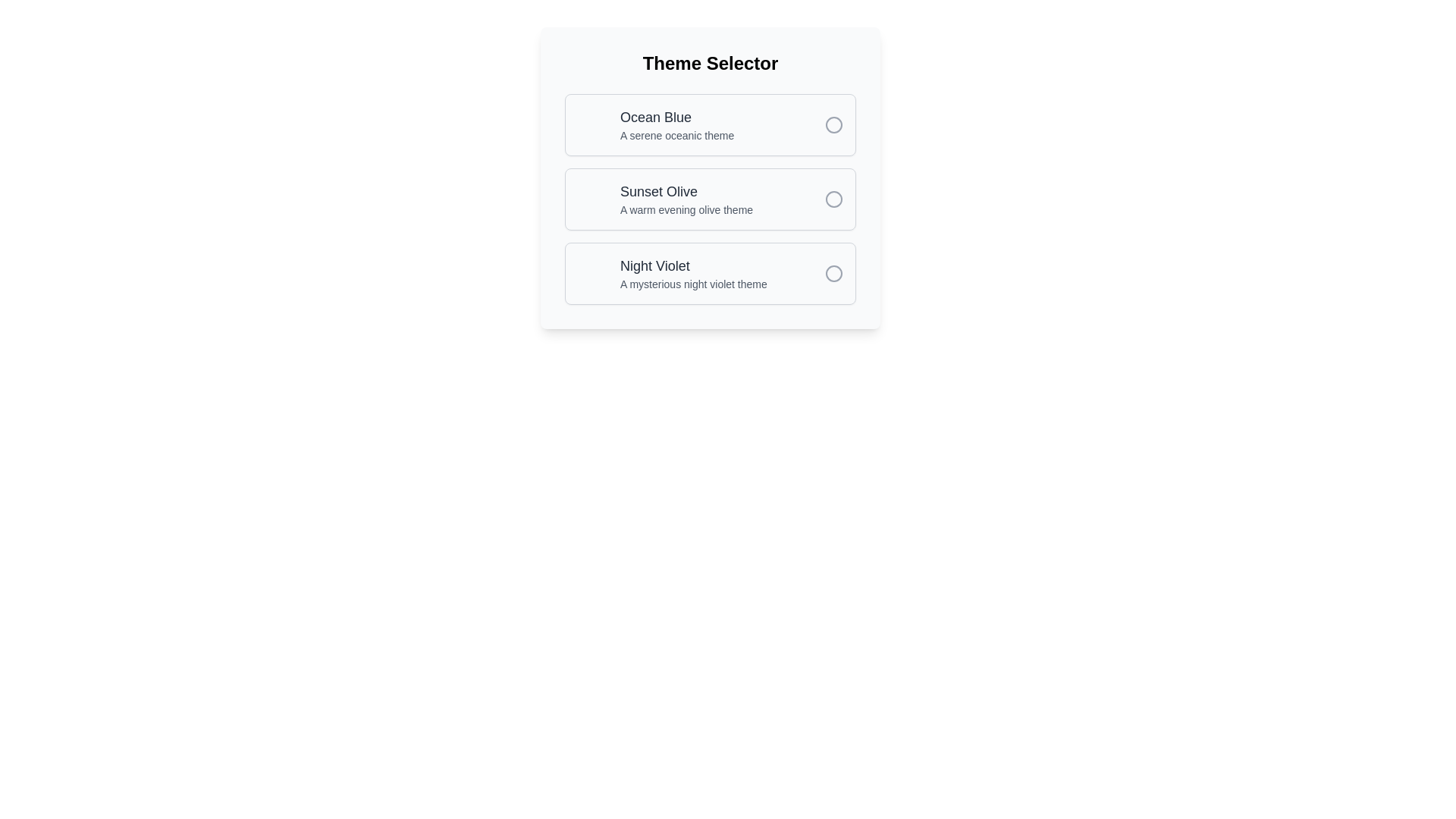 The width and height of the screenshot is (1456, 819). What do you see at coordinates (692, 274) in the screenshot?
I see `the 'Night Violet' text block, which contains the title and description for selecting the theme in the 'Theme Selector.'` at bounding box center [692, 274].